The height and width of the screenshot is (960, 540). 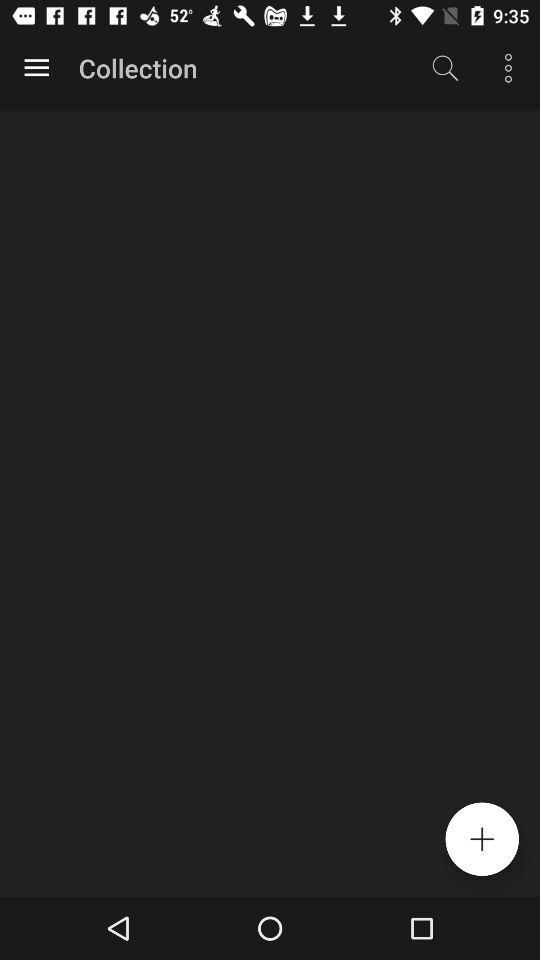 I want to click on navigation menu, so click(x=36, y=68).